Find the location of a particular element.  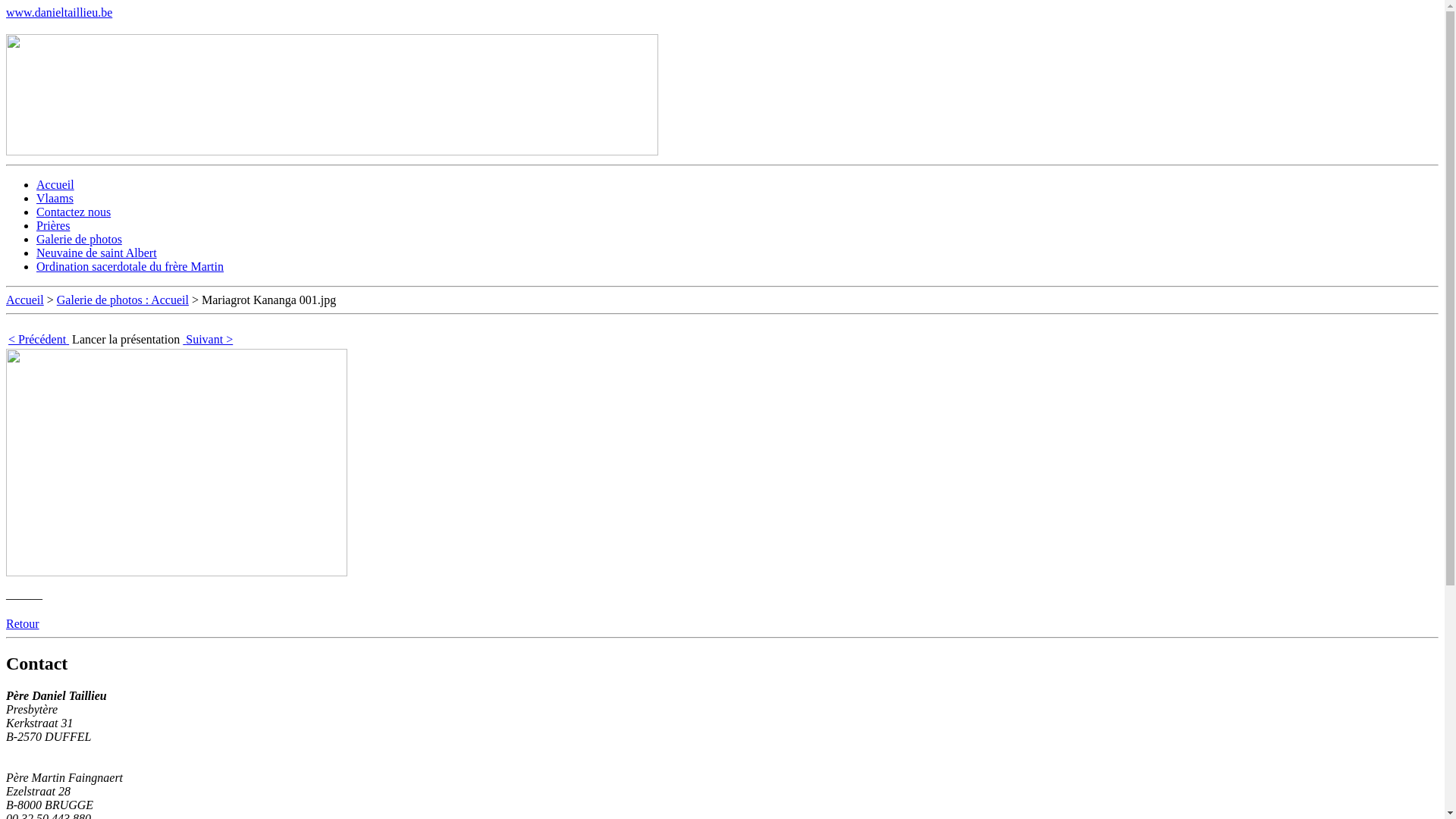

'Vlaams' is located at coordinates (55, 197).